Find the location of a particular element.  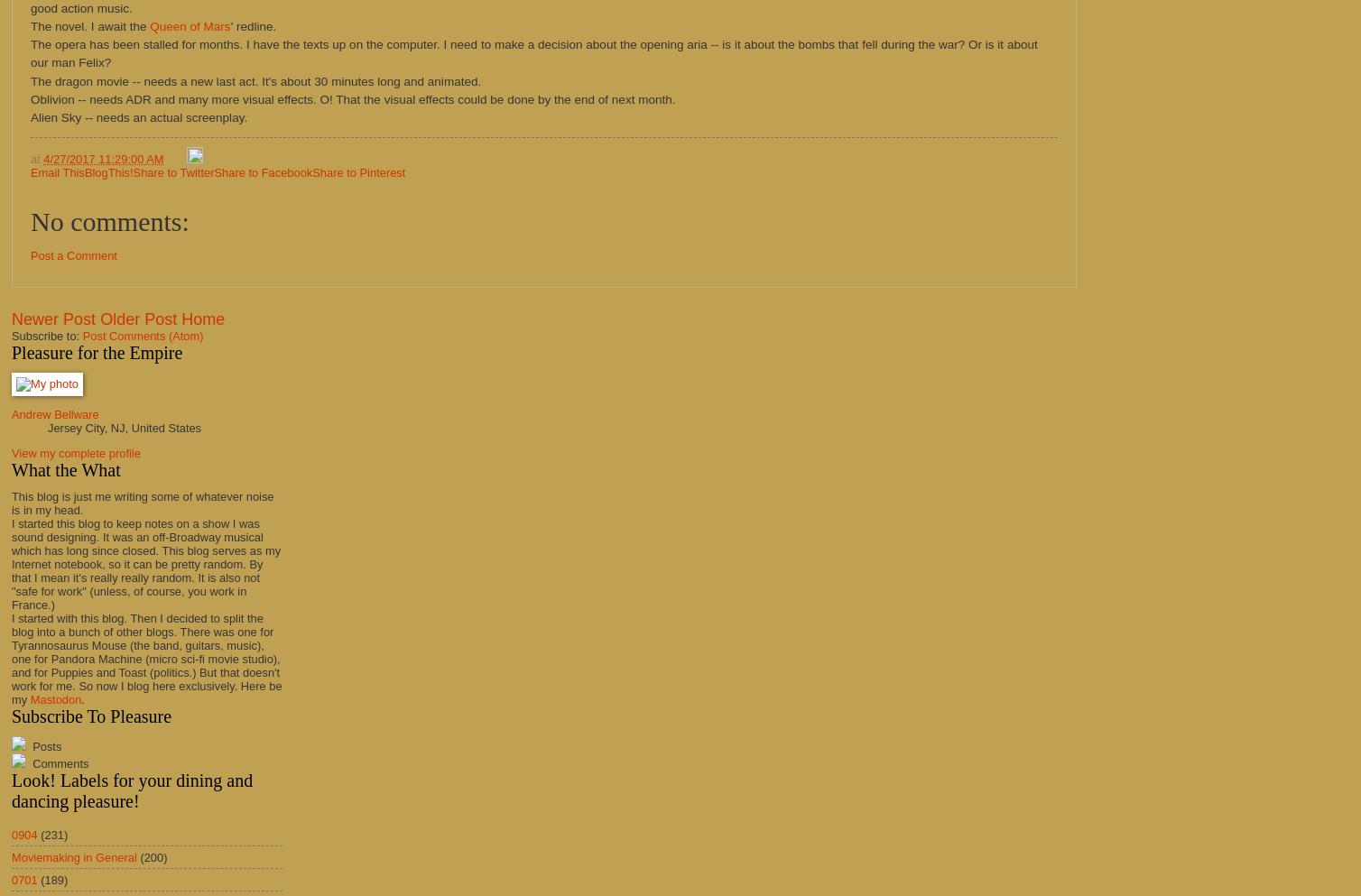

'This blog is just me writing some of whatever noise is in my head.' is located at coordinates (143, 502).